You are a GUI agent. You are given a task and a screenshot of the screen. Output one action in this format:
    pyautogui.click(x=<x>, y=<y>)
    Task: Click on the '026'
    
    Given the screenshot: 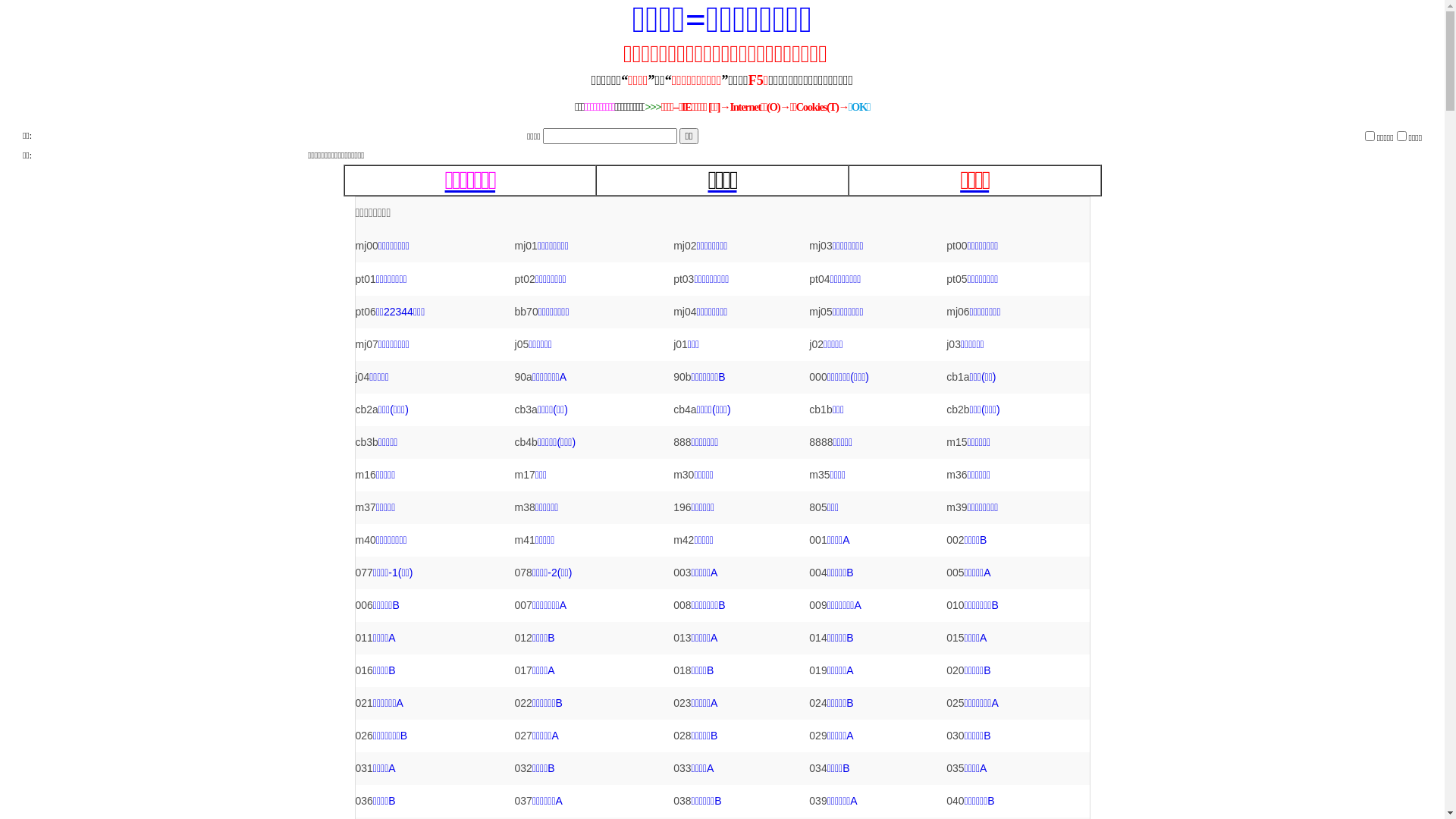 What is the action you would take?
    pyautogui.click(x=362, y=734)
    